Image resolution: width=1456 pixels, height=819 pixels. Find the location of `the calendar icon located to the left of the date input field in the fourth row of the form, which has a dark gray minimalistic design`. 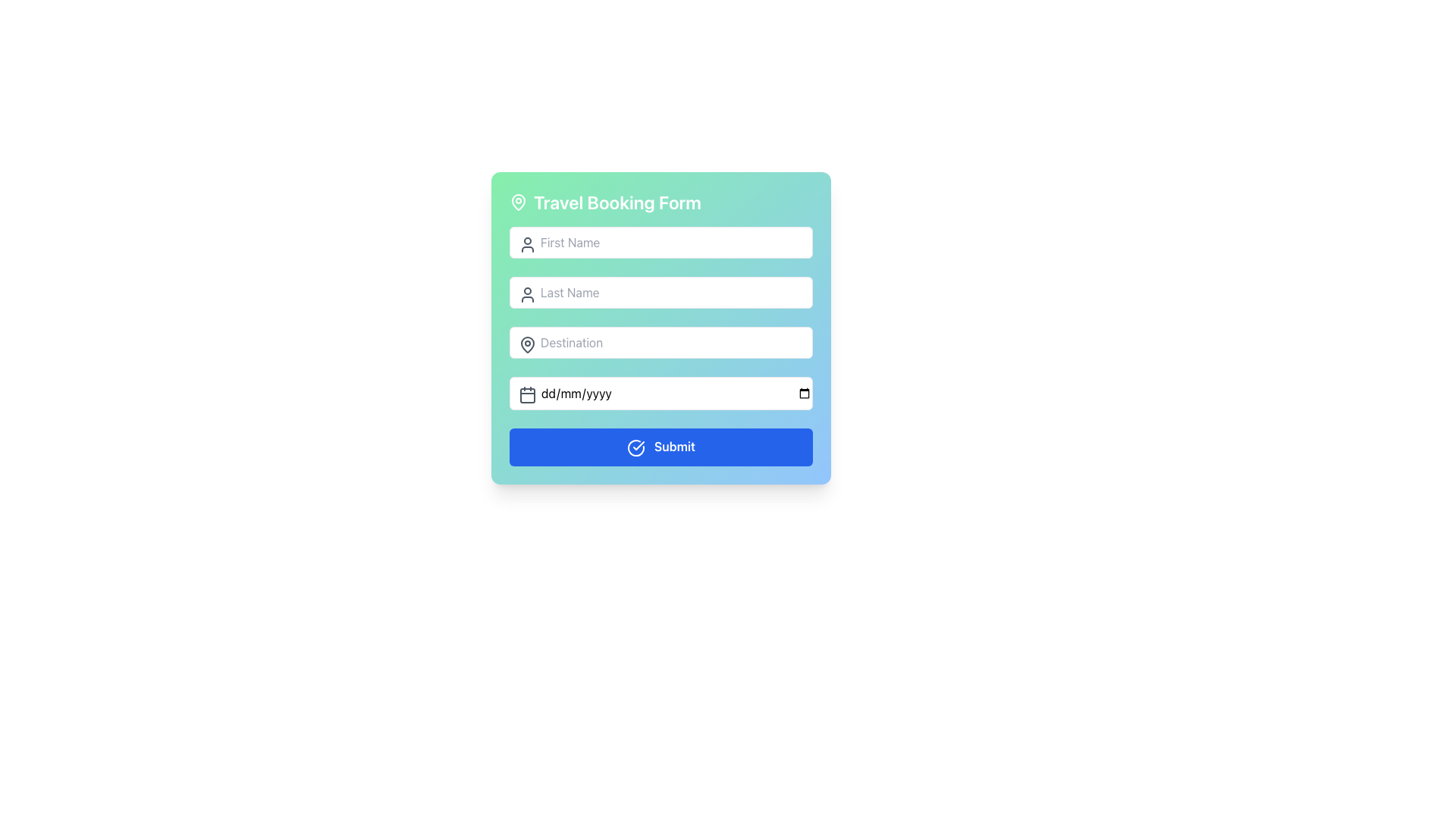

the calendar icon located to the left of the date input field in the fourth row of the form, which has a dark gray minimalistic design is located at coordinates (528, 394).